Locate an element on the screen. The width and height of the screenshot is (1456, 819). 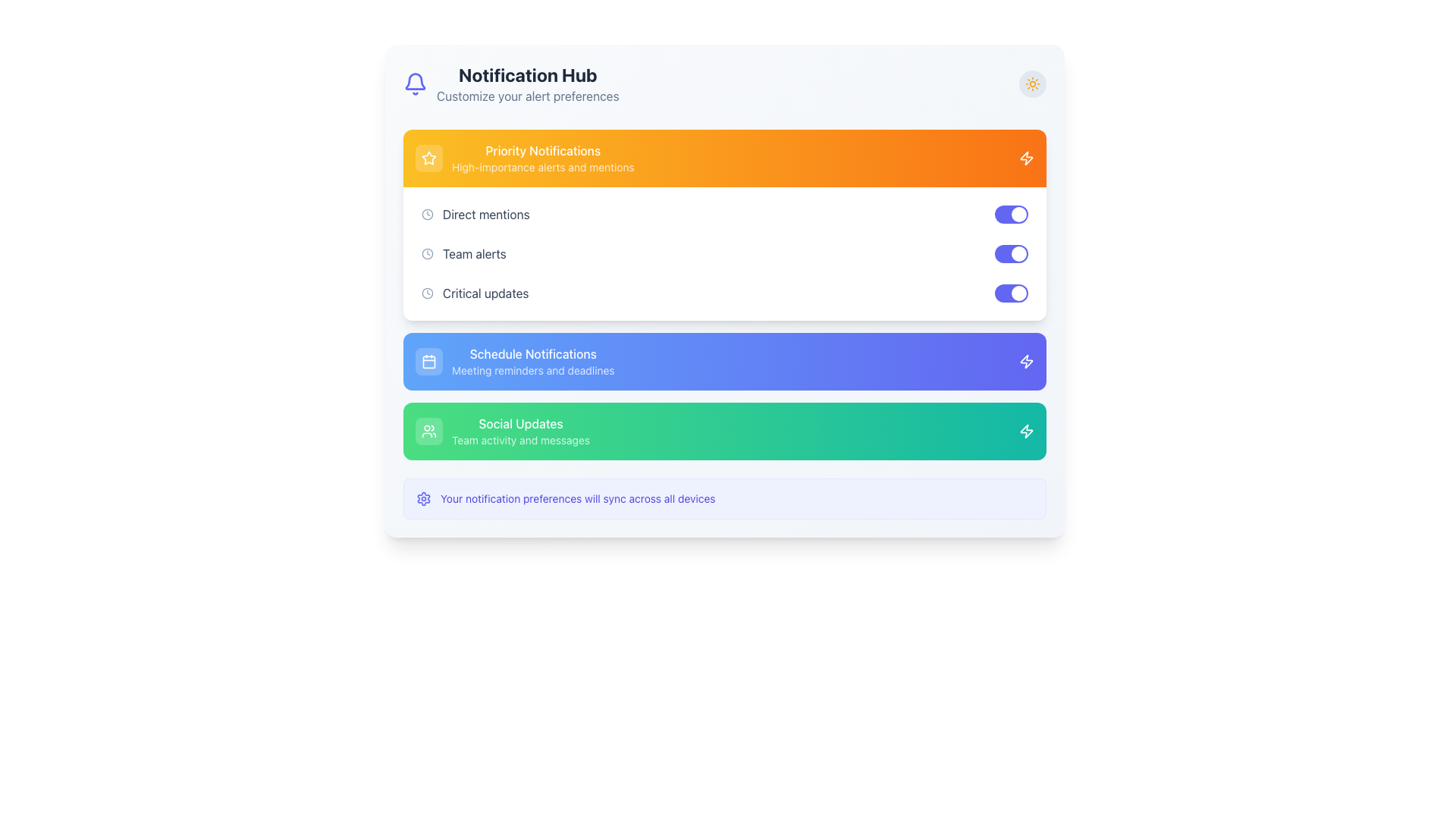
the descriptive subtitle for the 'Priority Notifications' category located in the orange highlighted section at the top of the notification preferences interface is located at coordinates (543, 167).